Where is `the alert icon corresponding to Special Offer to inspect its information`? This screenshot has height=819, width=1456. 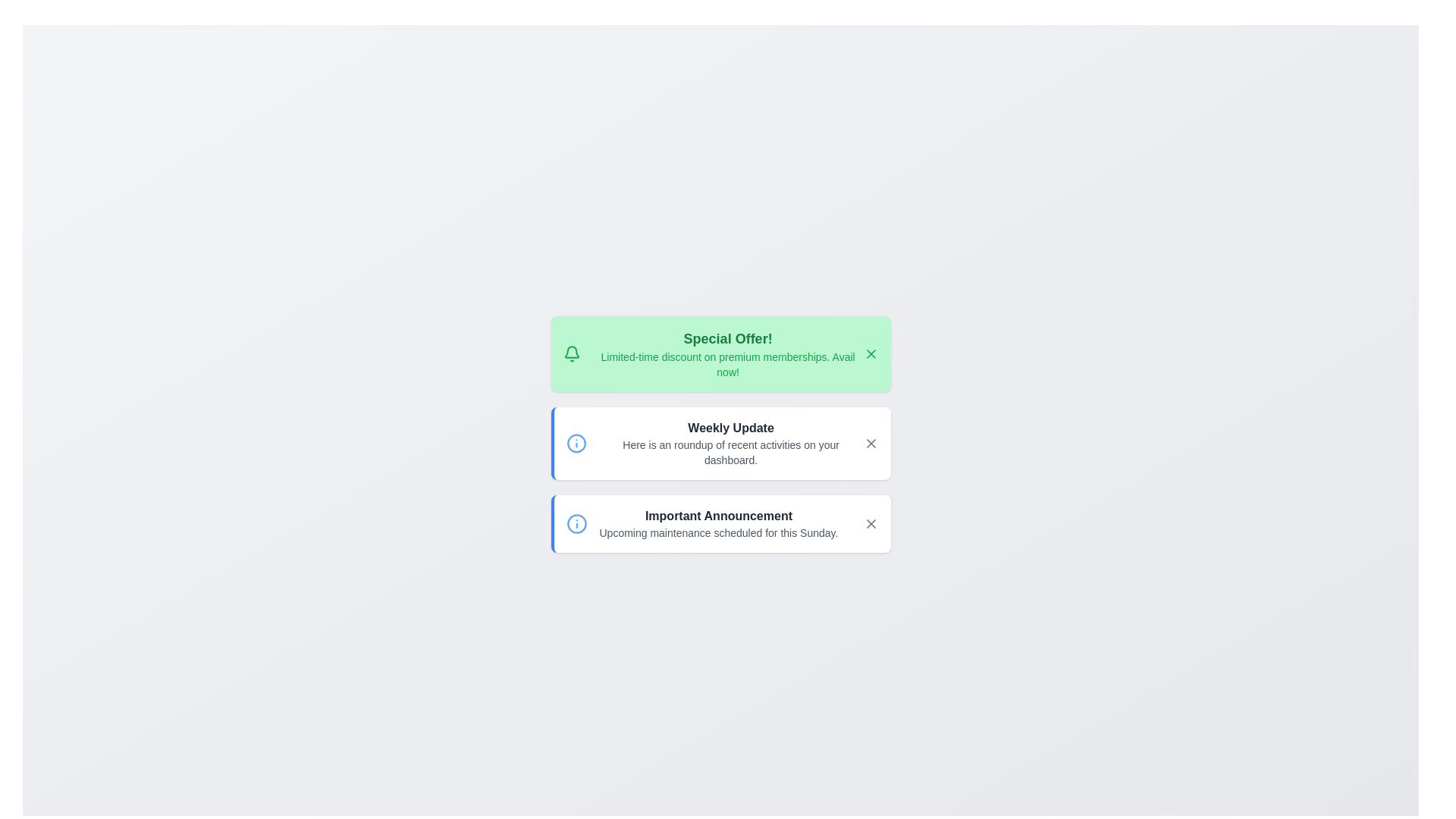 the alert icon corresponding to Special Offer to inspect its information is located at coordinates (571, 353).